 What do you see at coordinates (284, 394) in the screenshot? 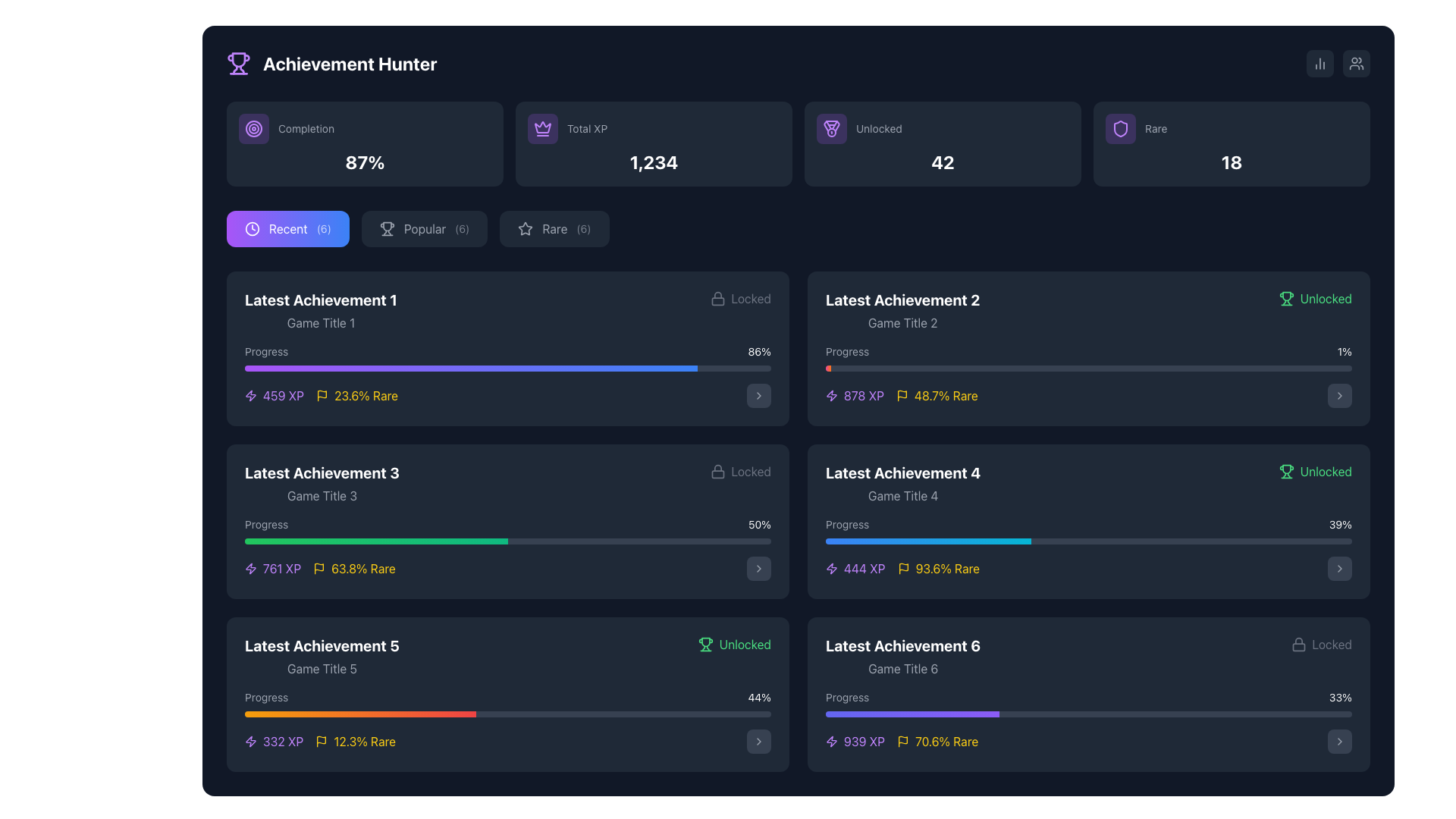
I see `the text label displaying '459 XP' which is styled in vibrant purple color, located next to the lightning bolt icon in the 'Latest Achievement 1' panel beneath the progress bar` at bounding box center [284, 394].